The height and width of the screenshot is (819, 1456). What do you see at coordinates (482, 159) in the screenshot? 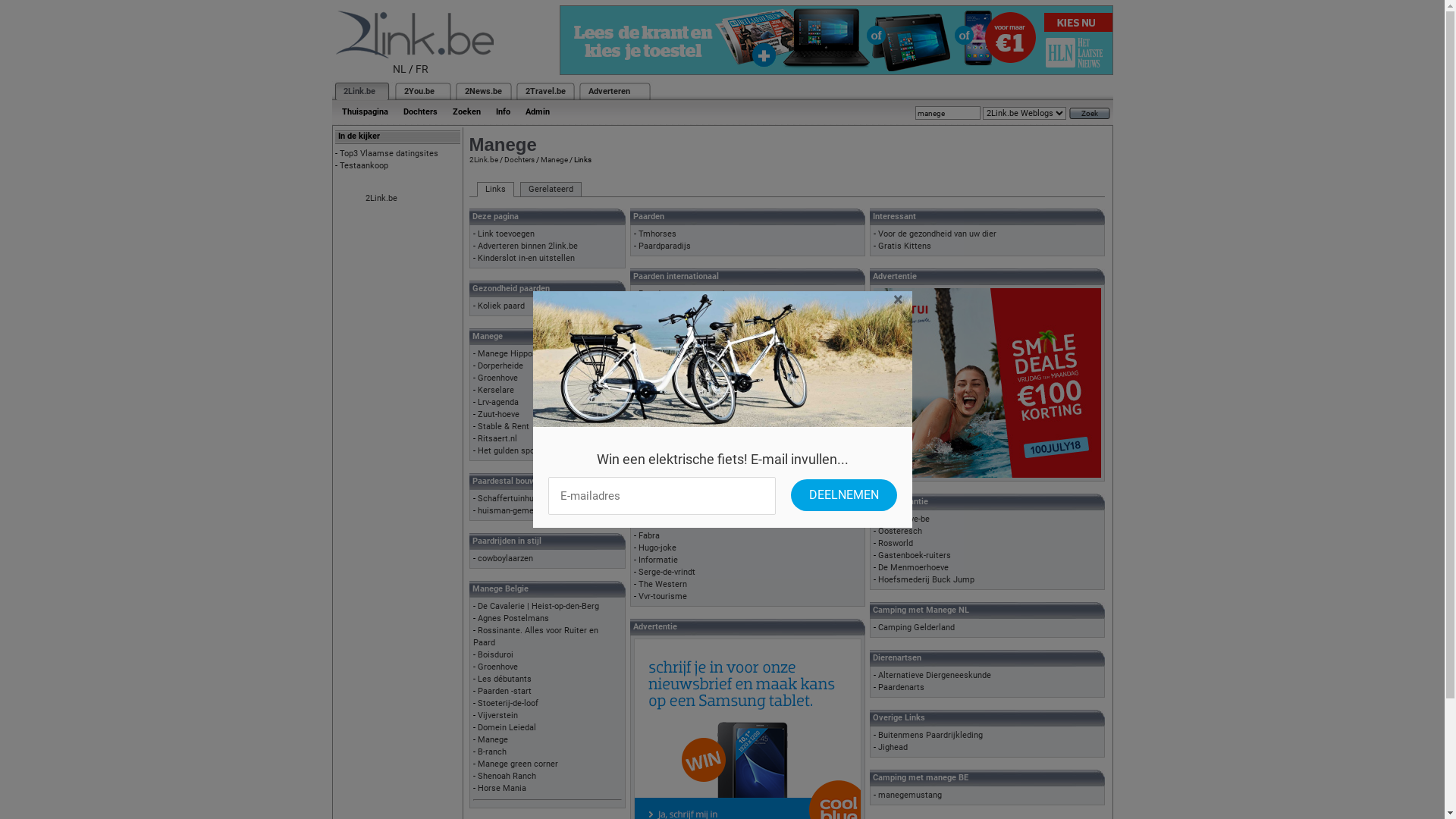
I see `'2Link.be'` at bounding box center [482, 159].